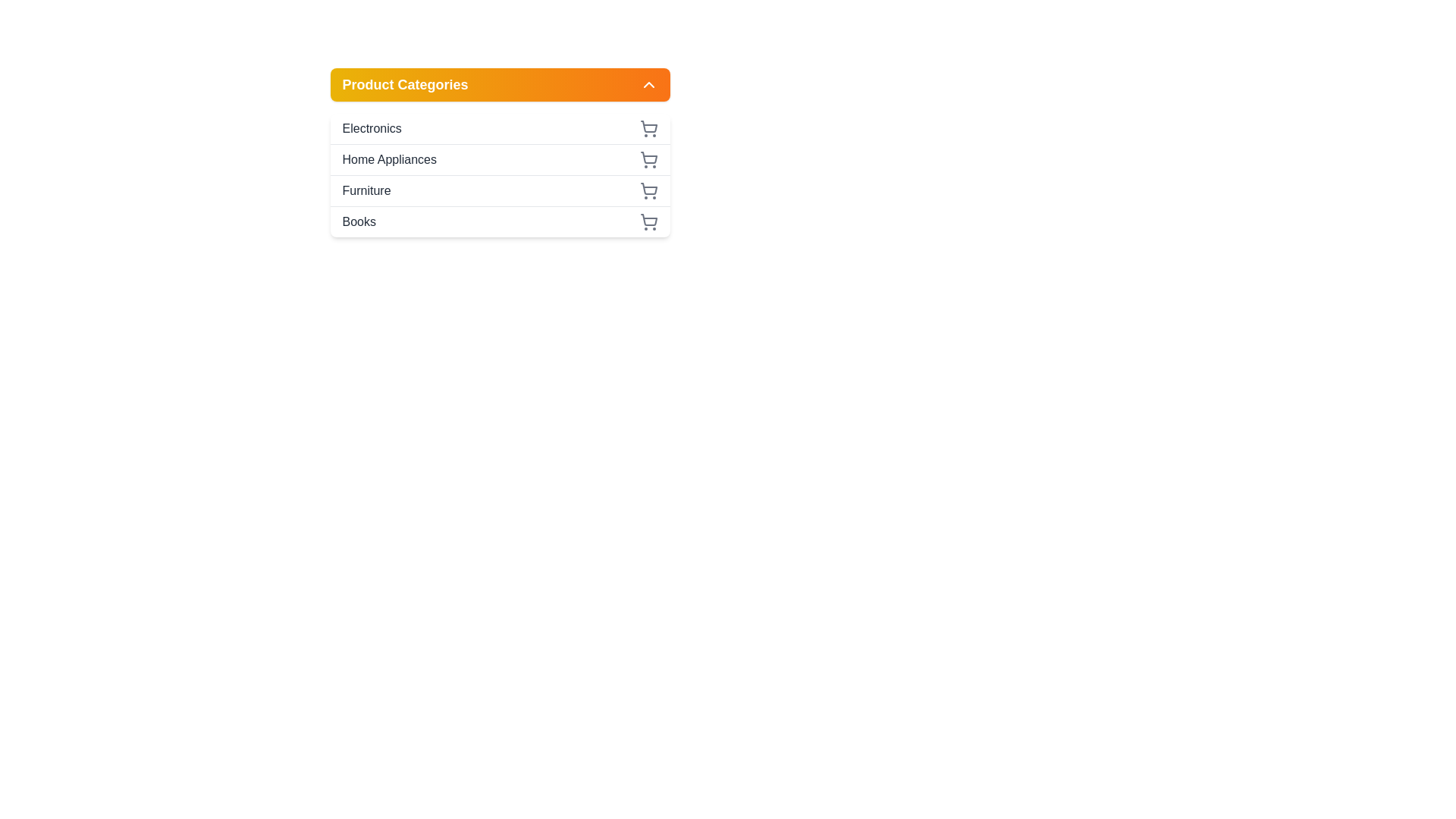  Describe the element at coordinates (648, 220) in the screenshot. I see `the 'Add to Cart' icon for the 'Books' category` at that location.